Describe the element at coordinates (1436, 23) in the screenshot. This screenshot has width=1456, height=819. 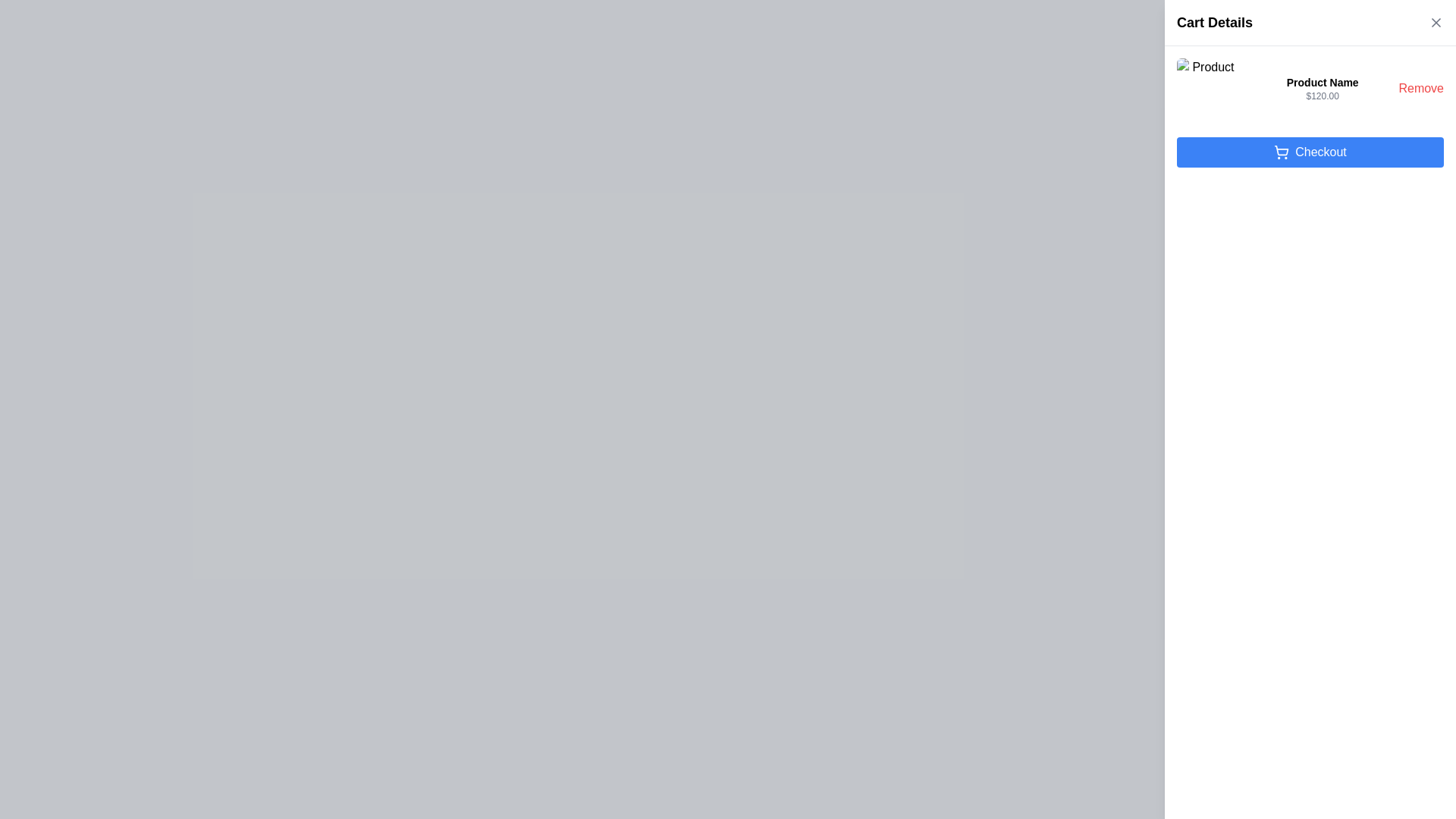
I see `the diagonal line forming part of the cross shape in the top right corner of the 'Cart Details' section` at that location.